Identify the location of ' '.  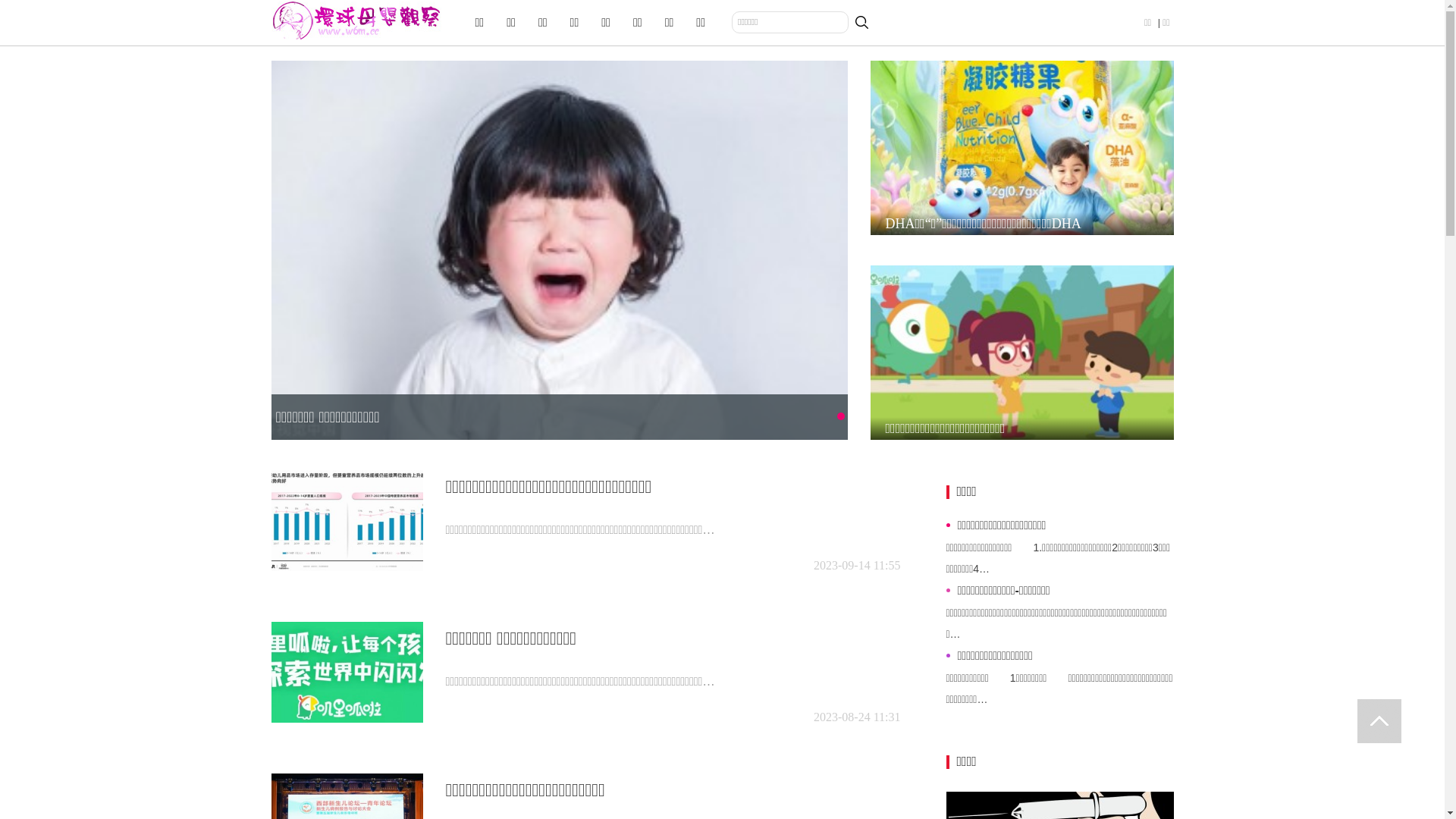
(1357, 720).